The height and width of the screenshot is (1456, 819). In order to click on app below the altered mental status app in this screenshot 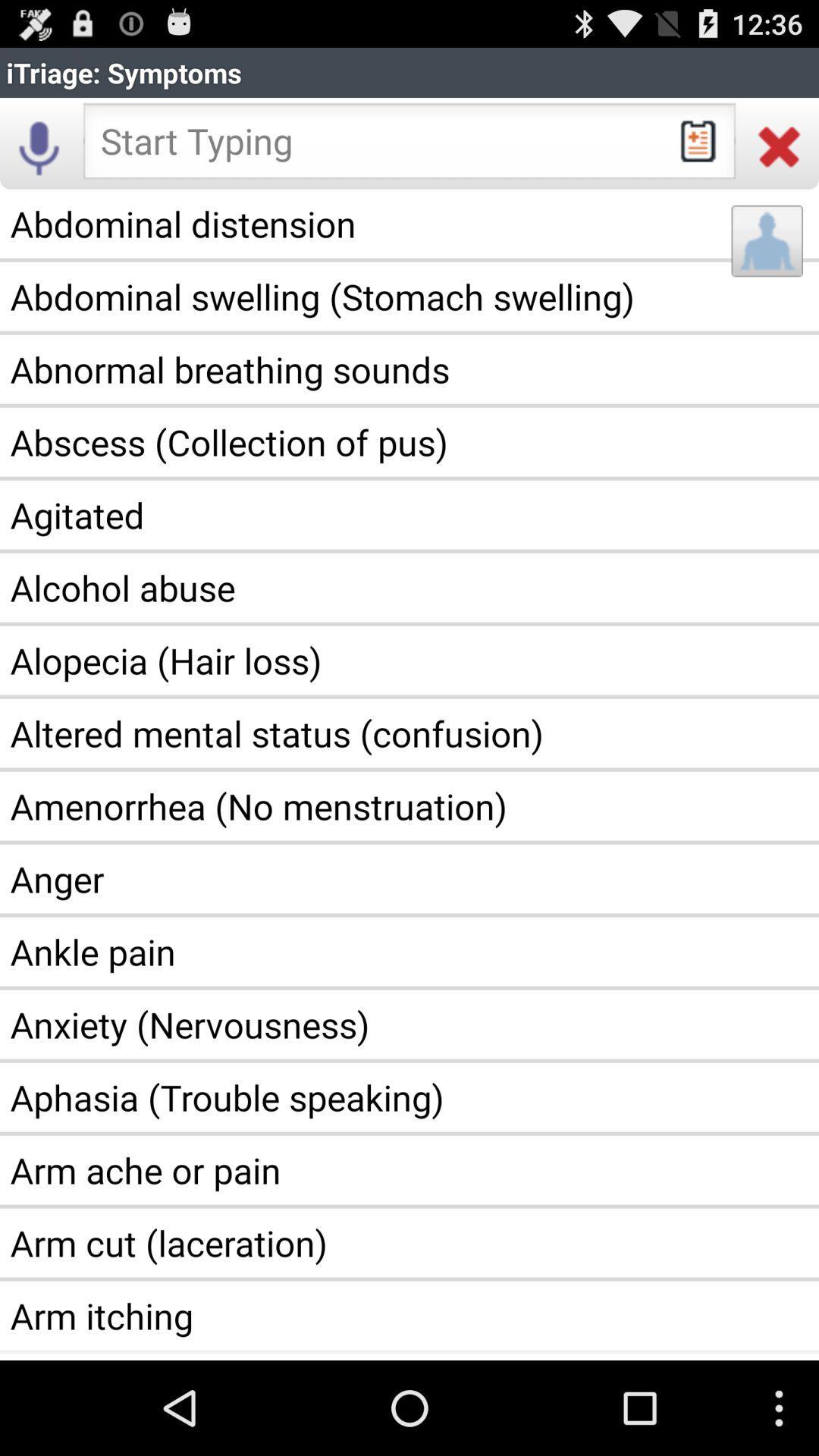, I will do `click(409, 805)`.